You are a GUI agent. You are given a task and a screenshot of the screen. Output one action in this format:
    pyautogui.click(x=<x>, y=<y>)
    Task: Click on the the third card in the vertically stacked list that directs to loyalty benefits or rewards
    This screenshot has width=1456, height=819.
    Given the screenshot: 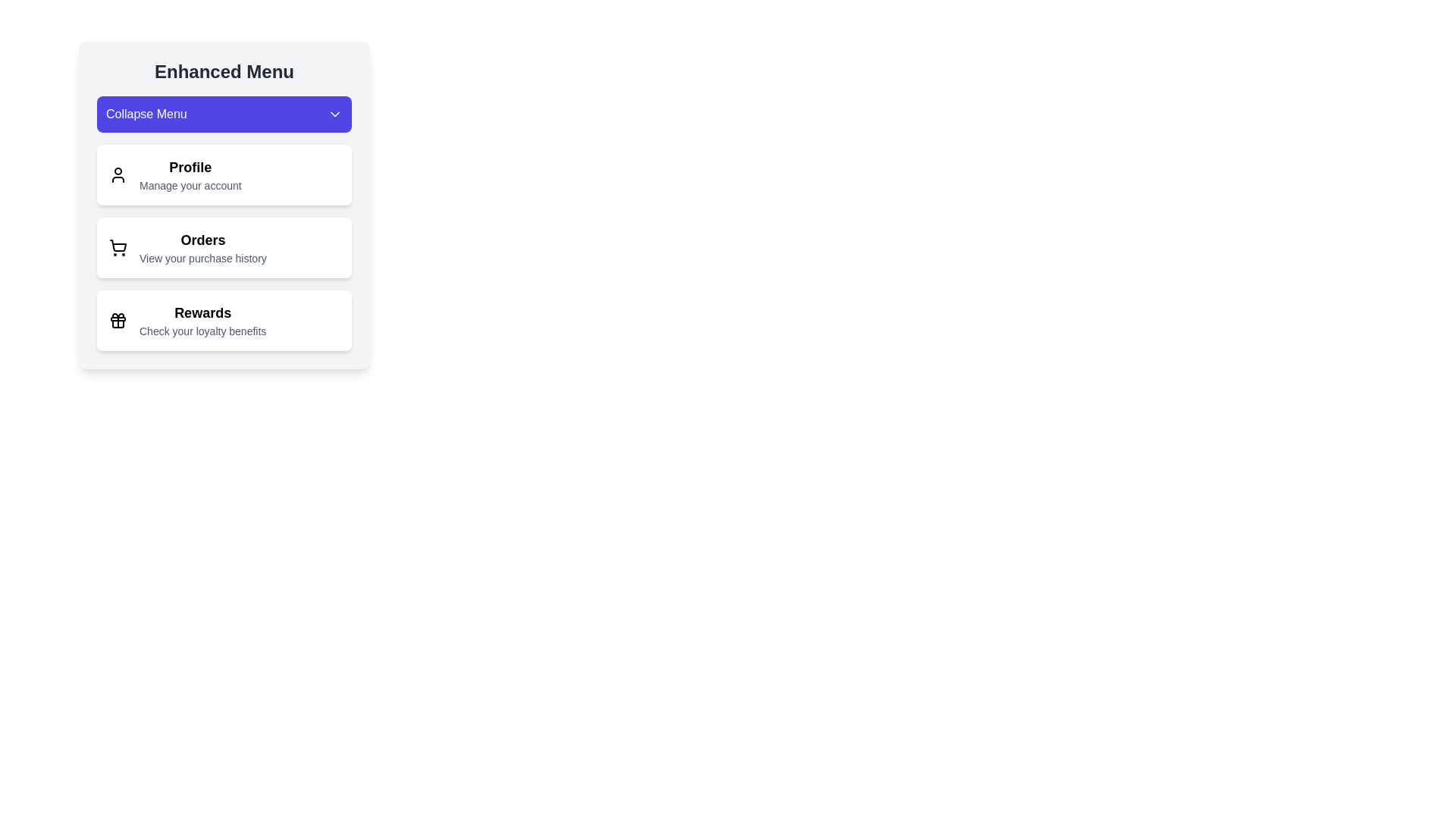 What is the action you would take?
    pyautogui.click(x=224, y=320)
    